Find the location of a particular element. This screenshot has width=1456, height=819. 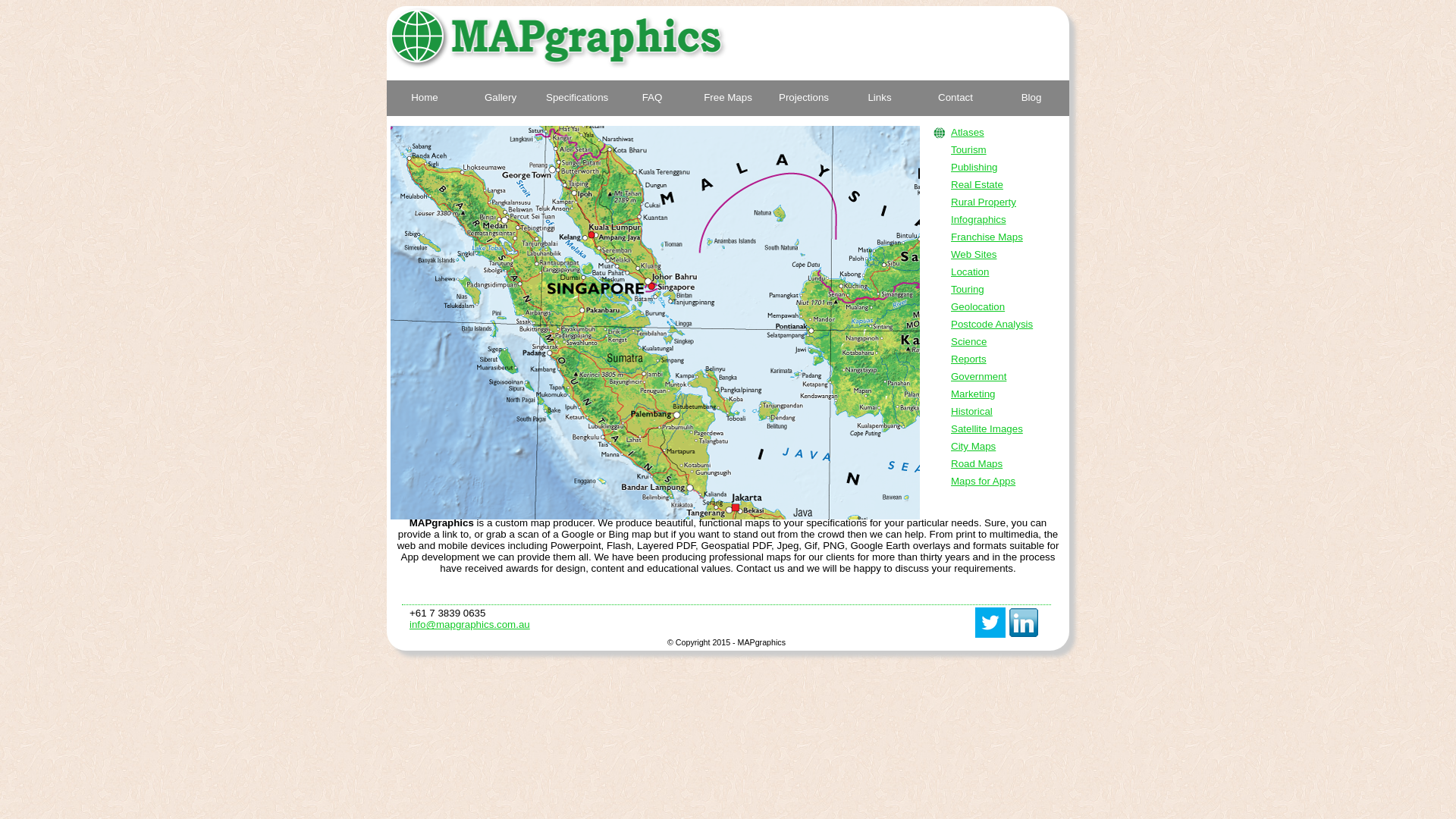

'Tourism' is located at coordinates (949, 149).